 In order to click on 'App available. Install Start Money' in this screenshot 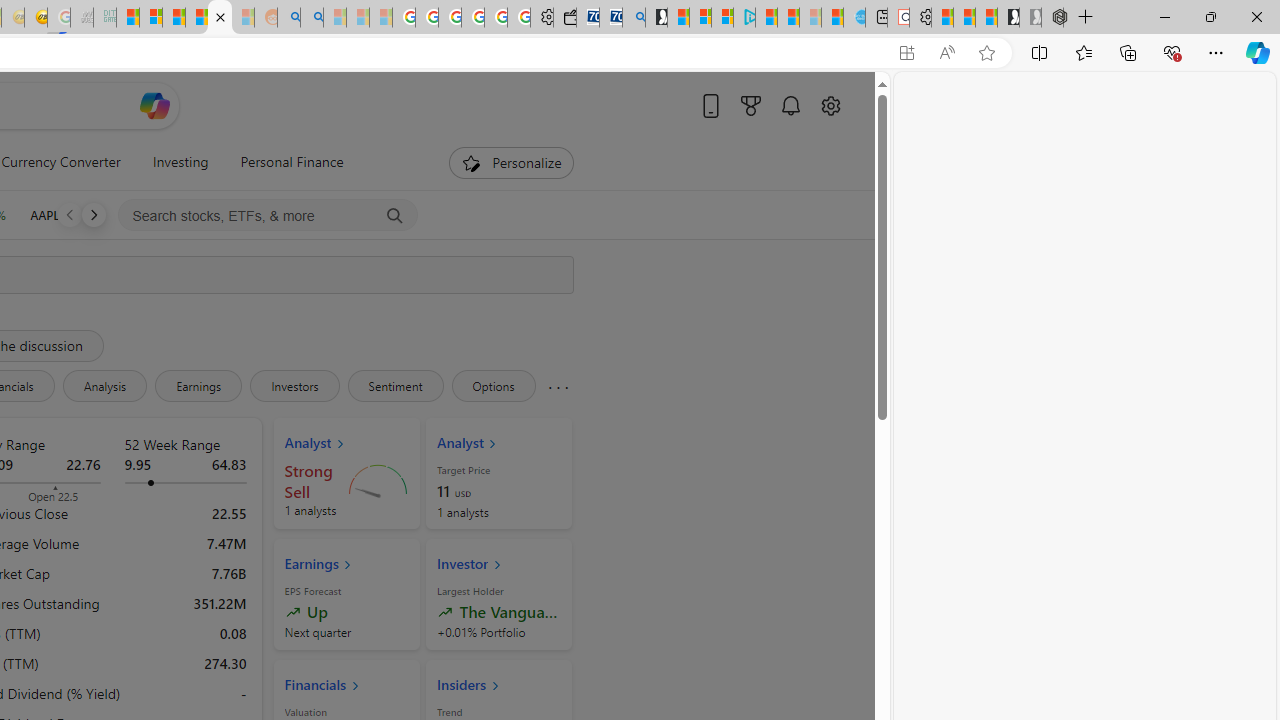, I will do `click(905, 52)`.